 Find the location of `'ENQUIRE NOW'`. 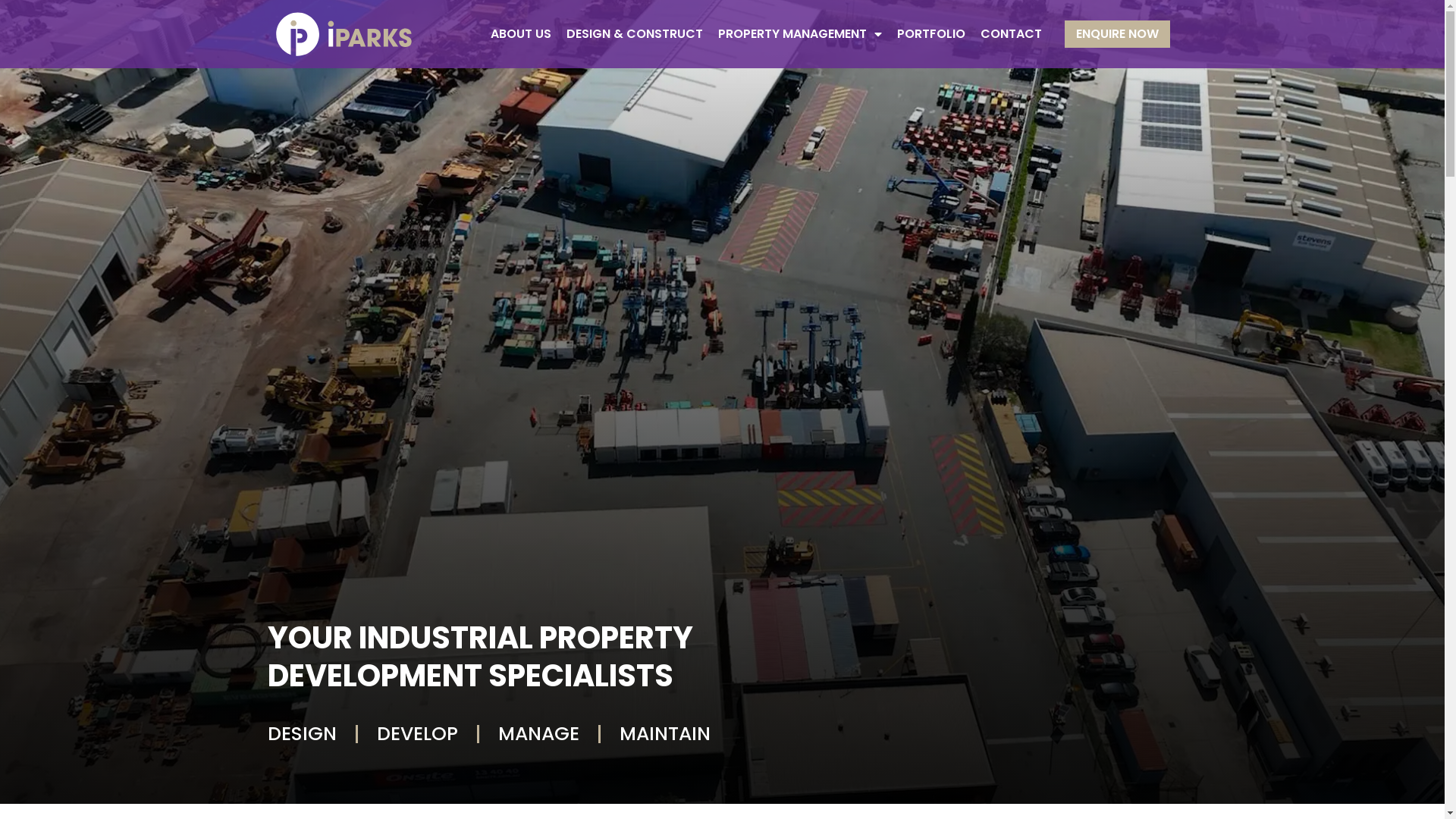

'ENQUIRE NOW' is located at coordinates (1117, 34).